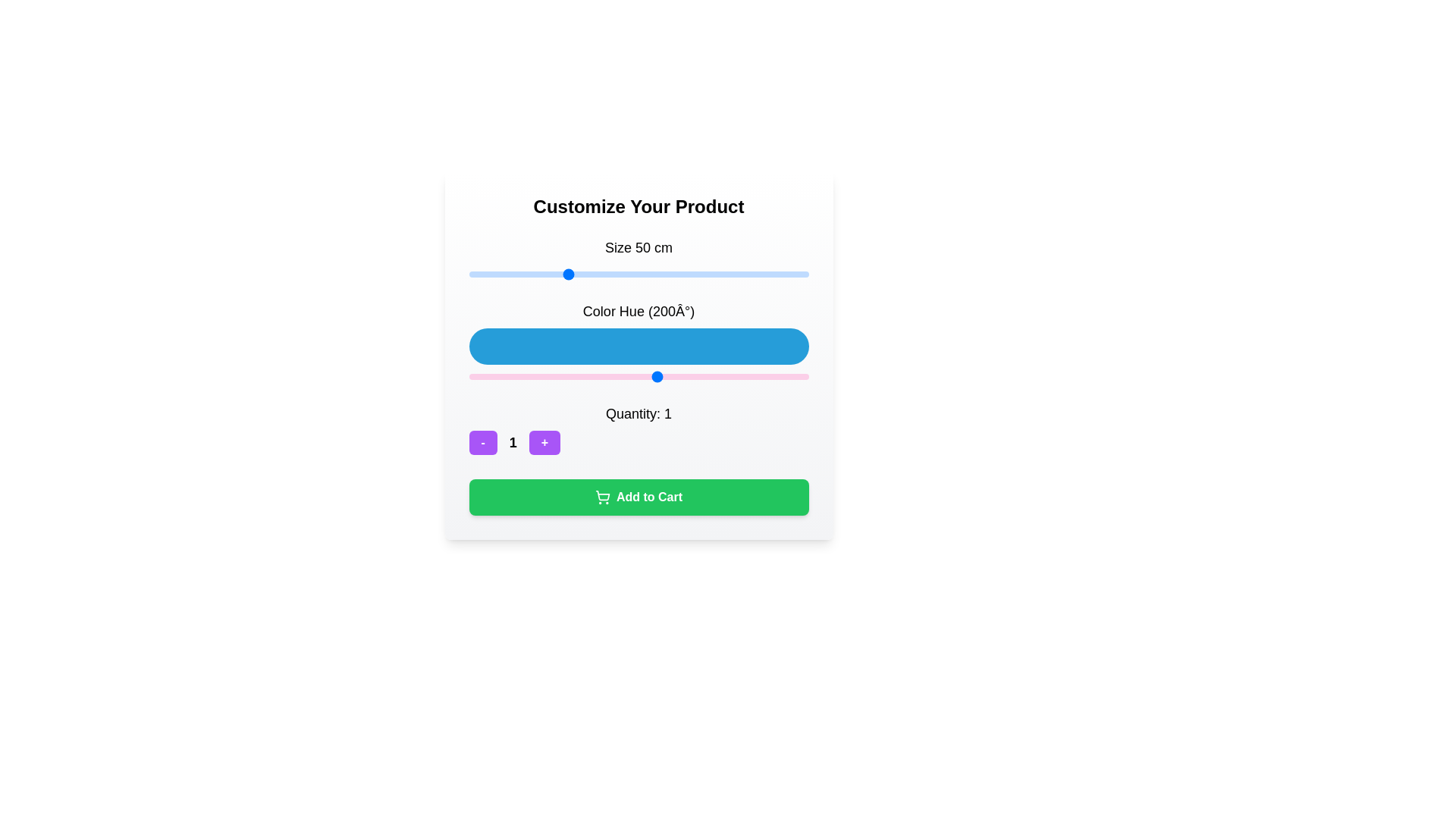  What do you see at coordinates (639, 346) in the screenshot?
I see `the non-interactive graphical component that serves as a visual cue for the selected color or hue, located below the label 'Color Hue (200°)' and above a pink horizontal slider` at bounding box center [639, 346].